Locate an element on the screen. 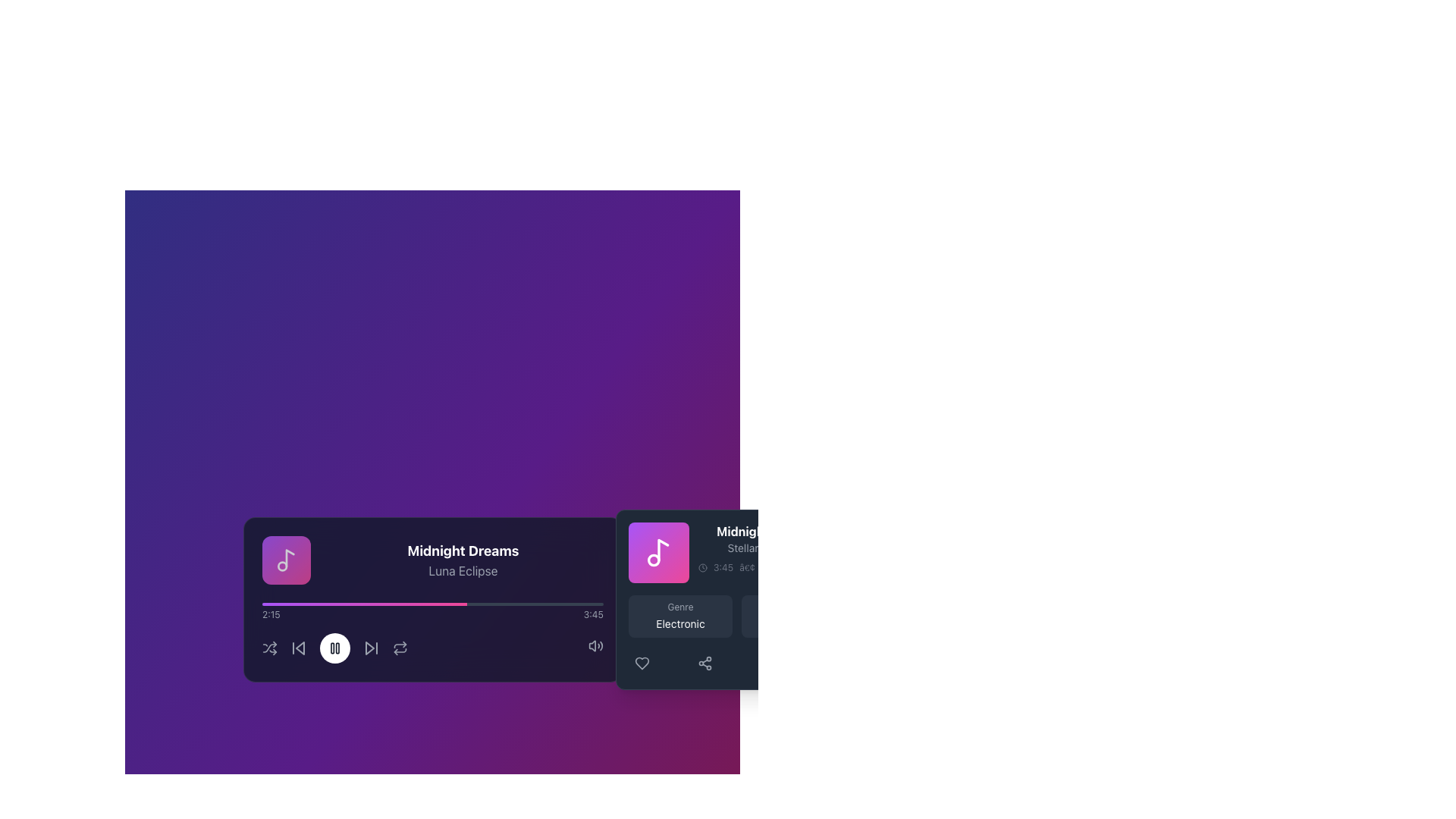 This screenshot has height=819, width=1456. text displayed in the text block titled 'Midnight Dreams' with the subtitle 'Luna Eclipse', which is centered within a dark background in a media player interface is located at coordinates (462, 560).